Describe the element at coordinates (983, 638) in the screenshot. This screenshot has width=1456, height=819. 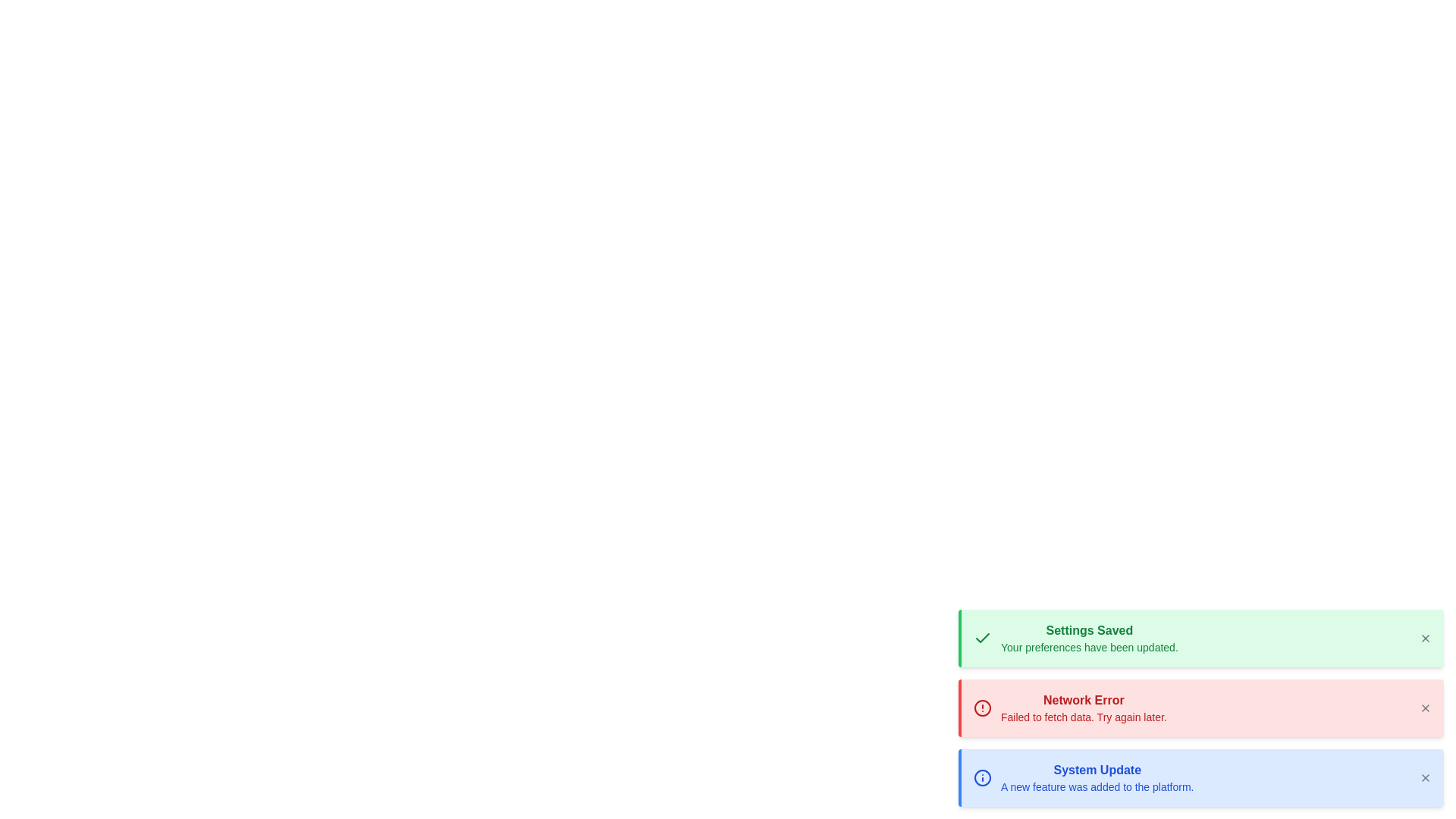
I see `the success icon located at the leftmost side of the notification bar` at that location.